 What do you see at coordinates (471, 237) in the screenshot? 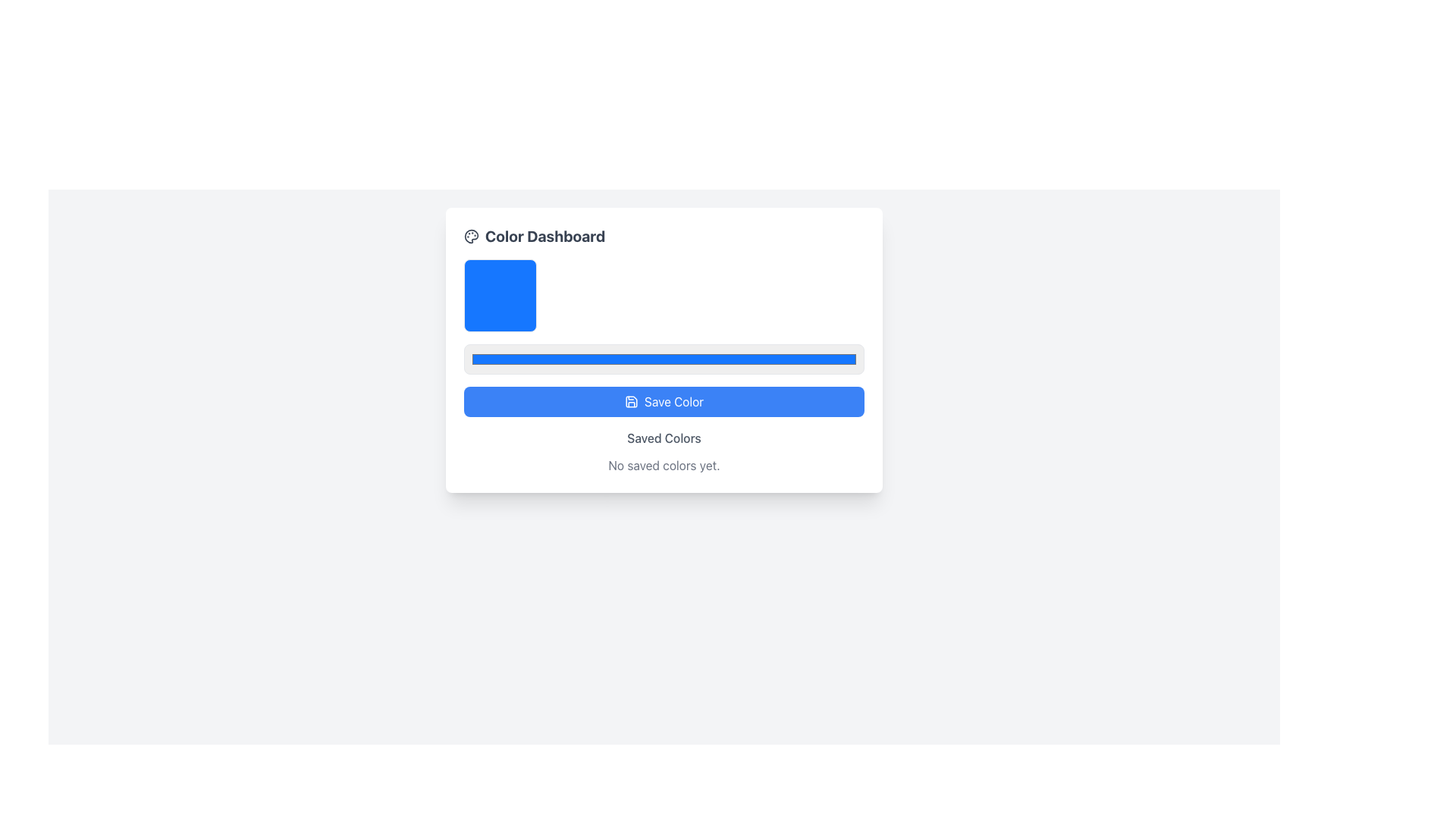
I see `the decorative icon representing the 'Color Dashboard' section, located on the left side of the title` at bounding box center [471, 237].